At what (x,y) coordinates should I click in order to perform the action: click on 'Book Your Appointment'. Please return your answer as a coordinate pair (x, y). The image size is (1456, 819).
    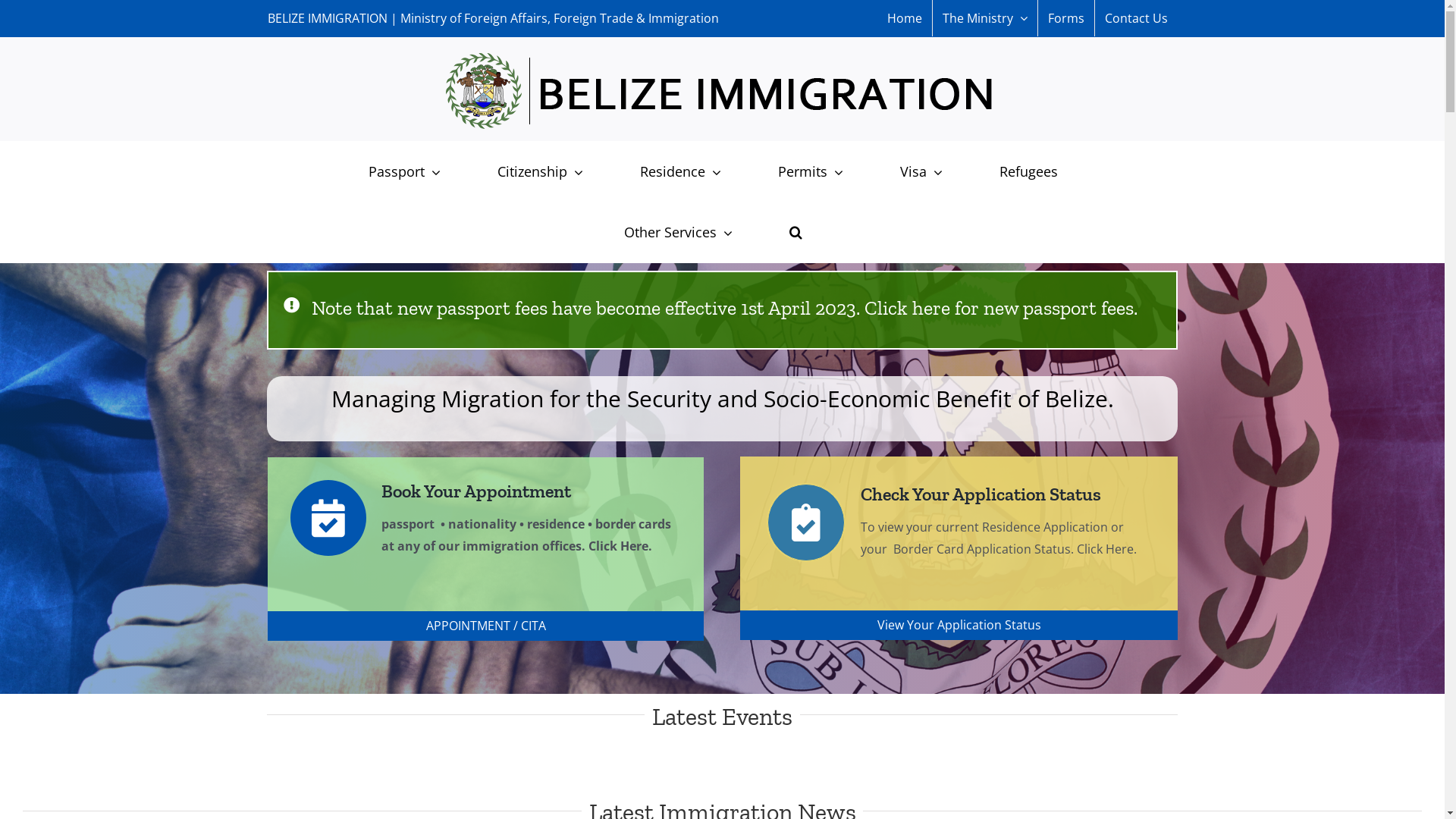
    Looking at the image, I should click on (429, 491).